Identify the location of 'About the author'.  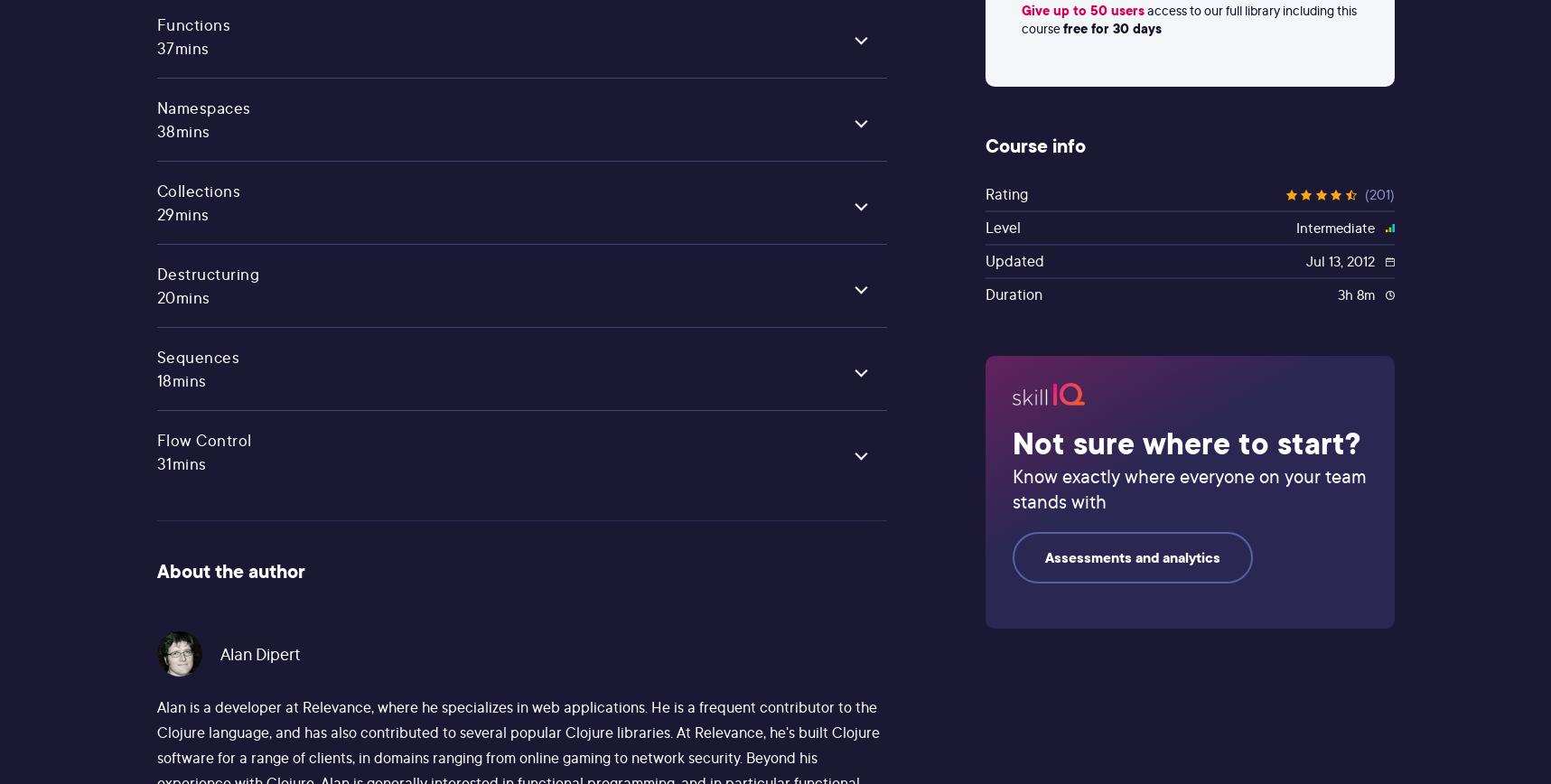
(229, 571).